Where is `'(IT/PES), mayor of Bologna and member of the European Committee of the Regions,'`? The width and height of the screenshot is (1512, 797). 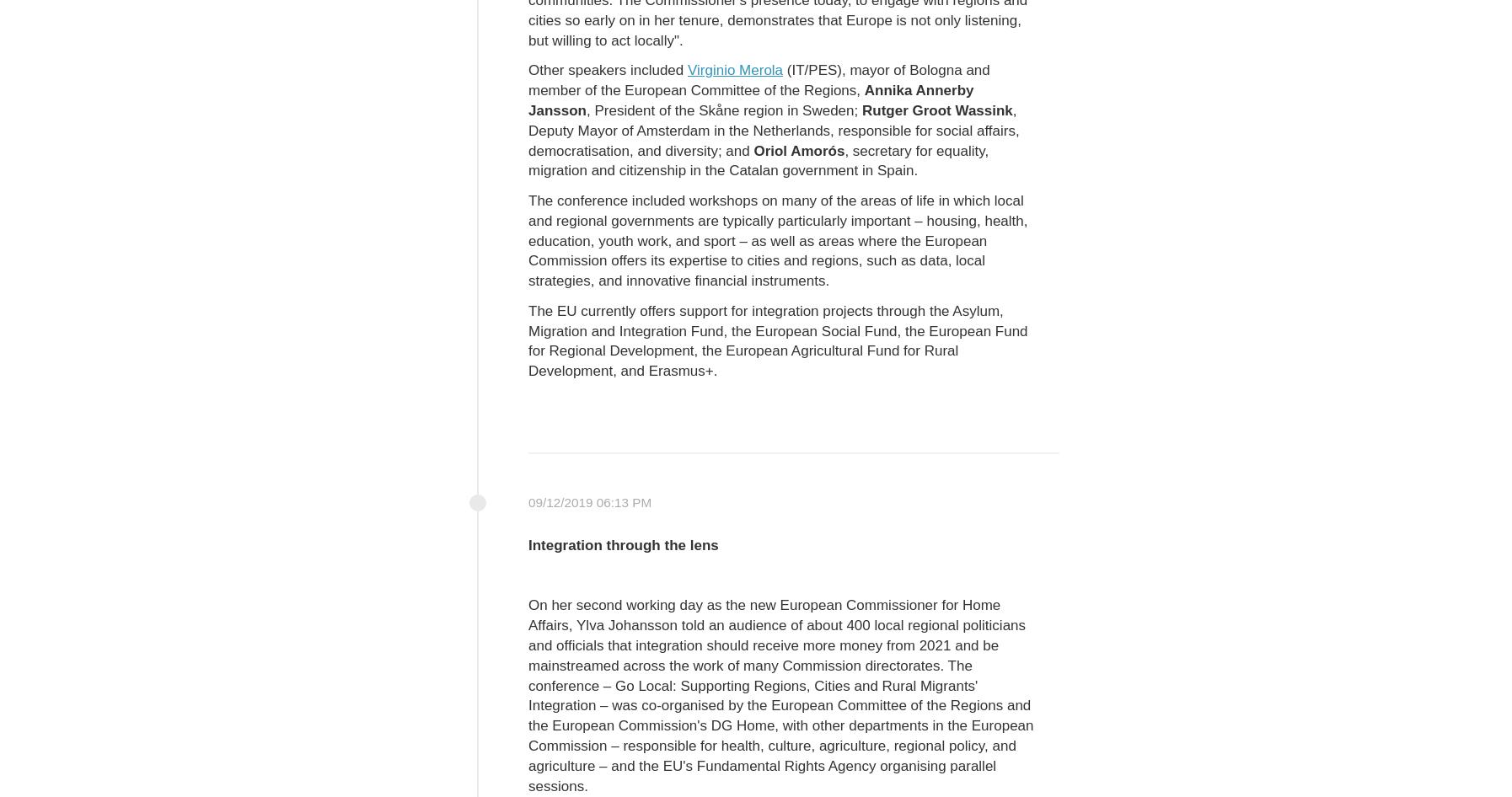
'(IT/PES), mayor of Bologna and member of the European Committee of the Regions,' is located at coordinates (758, 79).